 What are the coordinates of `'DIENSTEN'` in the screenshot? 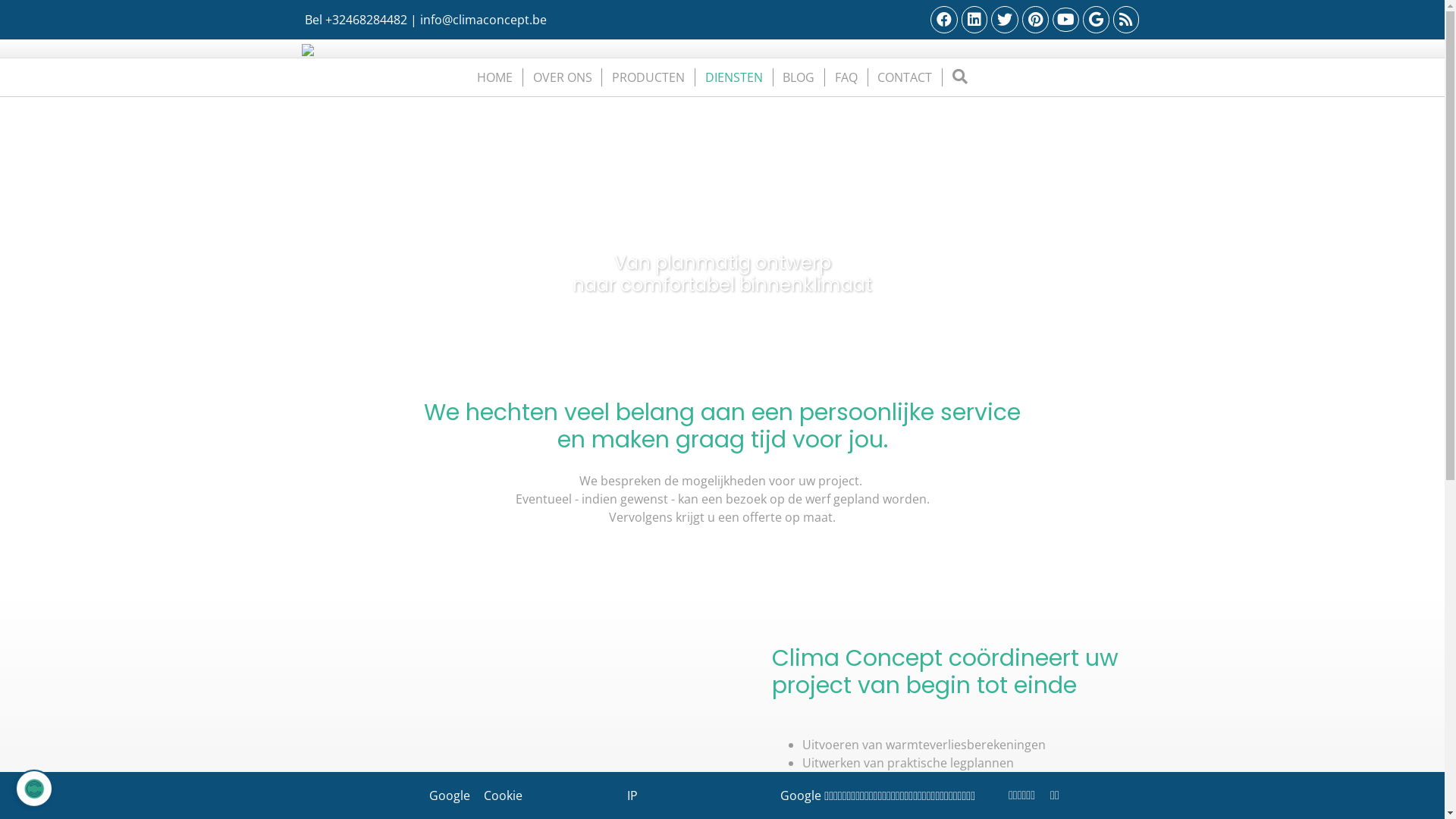 It's located at (734, 77).